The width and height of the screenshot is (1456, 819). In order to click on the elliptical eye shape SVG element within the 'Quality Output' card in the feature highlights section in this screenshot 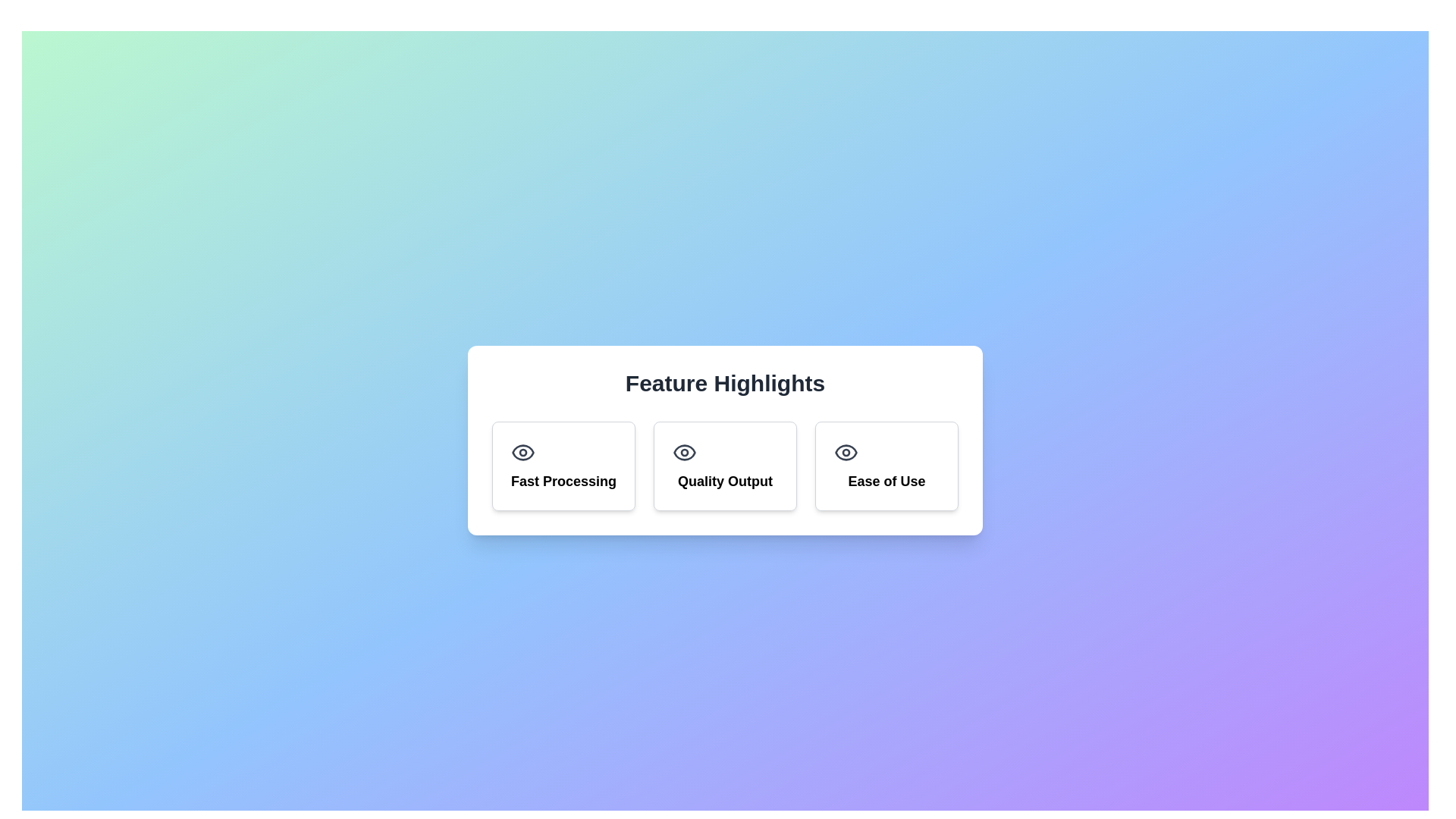, I will do `click(683, 452)`.